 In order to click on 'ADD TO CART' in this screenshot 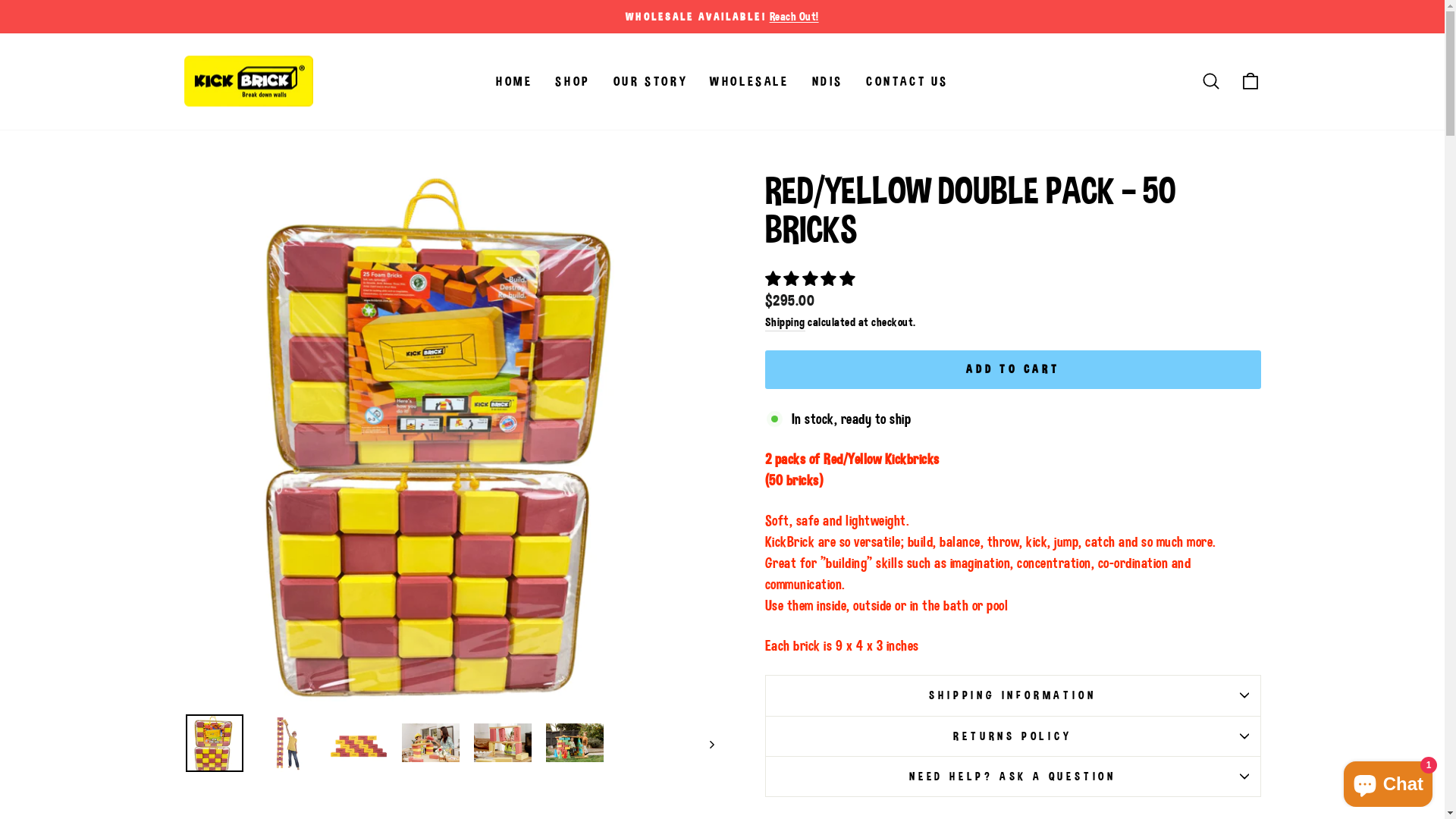, I will do `click(987, 356)`.